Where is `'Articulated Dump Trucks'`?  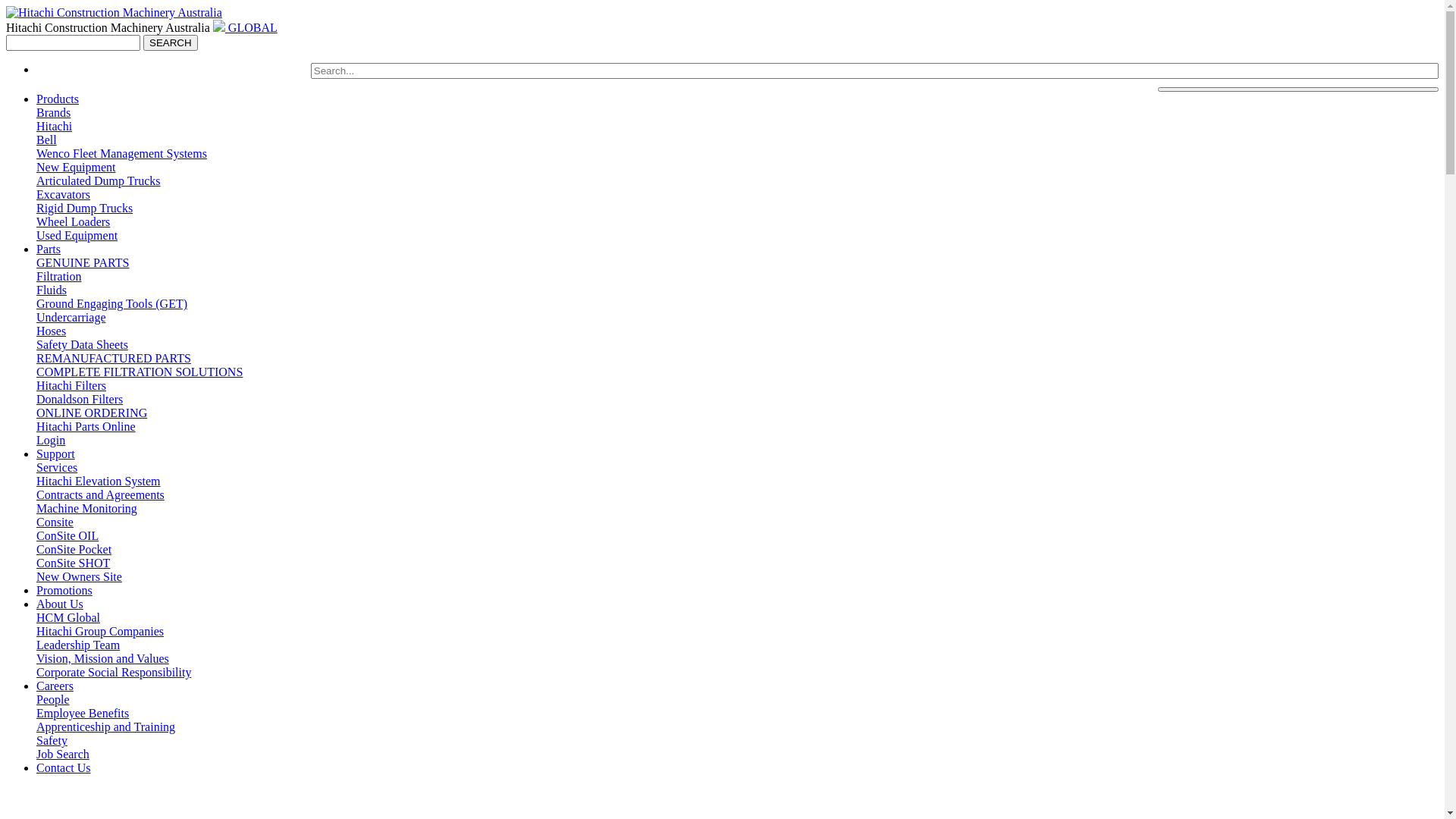
'Articulated Dump Trucks' is located at coordinates (36, 180).